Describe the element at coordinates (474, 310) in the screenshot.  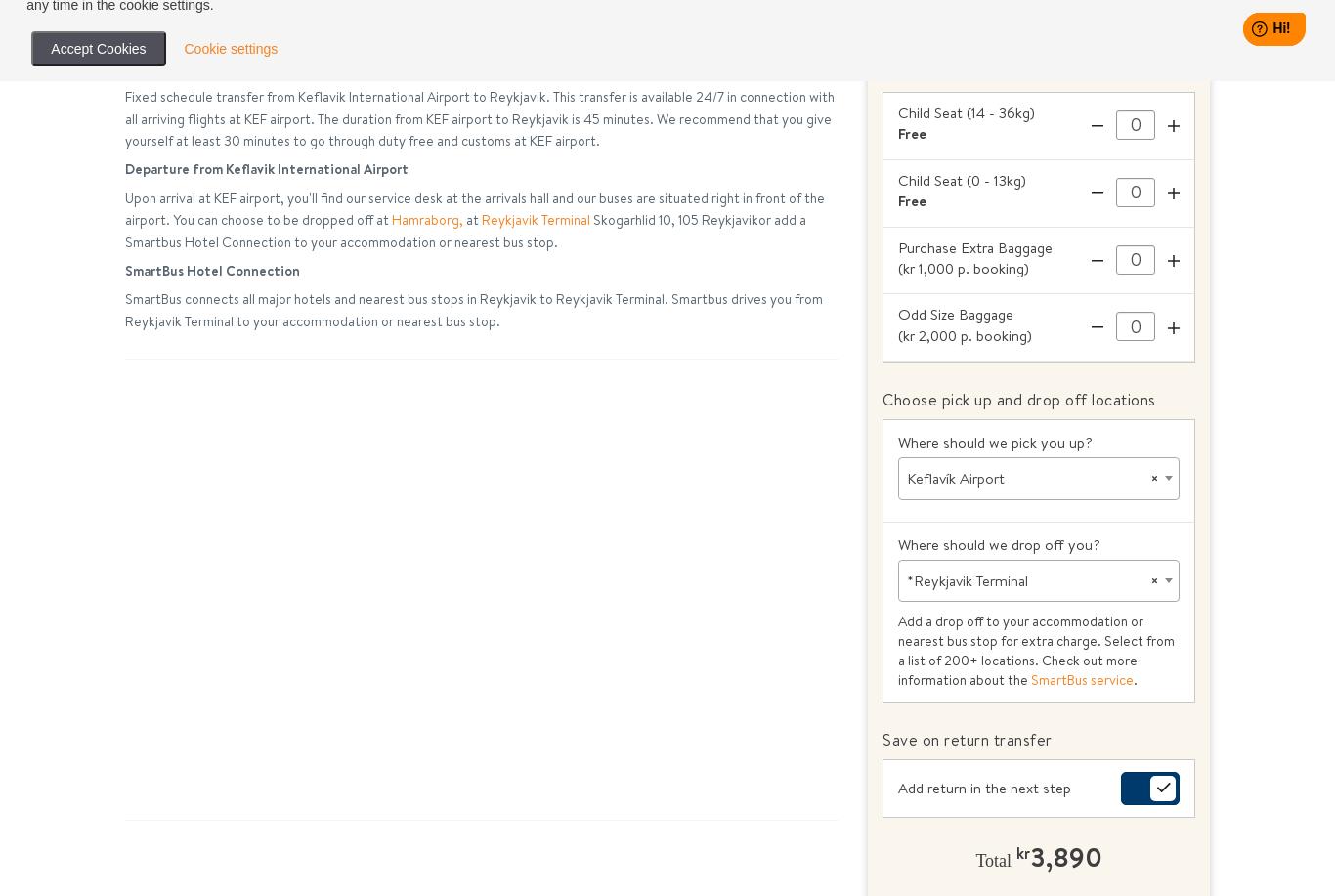
I see `'SmartBus connects all major hotels and nearest bus stops in Reykjavik to Reykjavik Terminal. Smartbus drives you from Reykjavik Terminal to your accommodation or nearest bus stop.'` at that location.